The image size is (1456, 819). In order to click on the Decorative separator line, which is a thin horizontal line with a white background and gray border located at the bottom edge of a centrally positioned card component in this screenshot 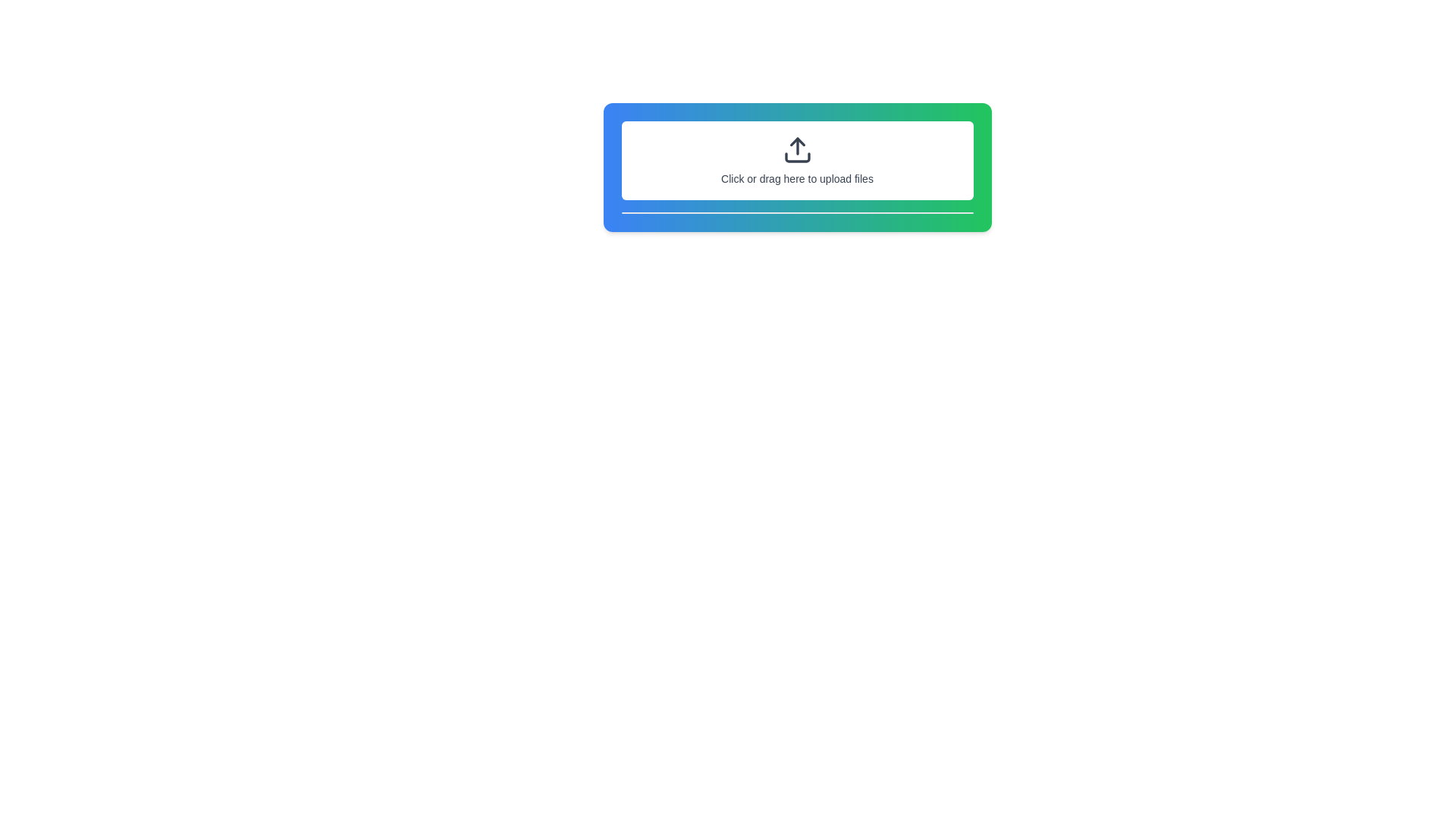, I will do `click(796, 213)`.